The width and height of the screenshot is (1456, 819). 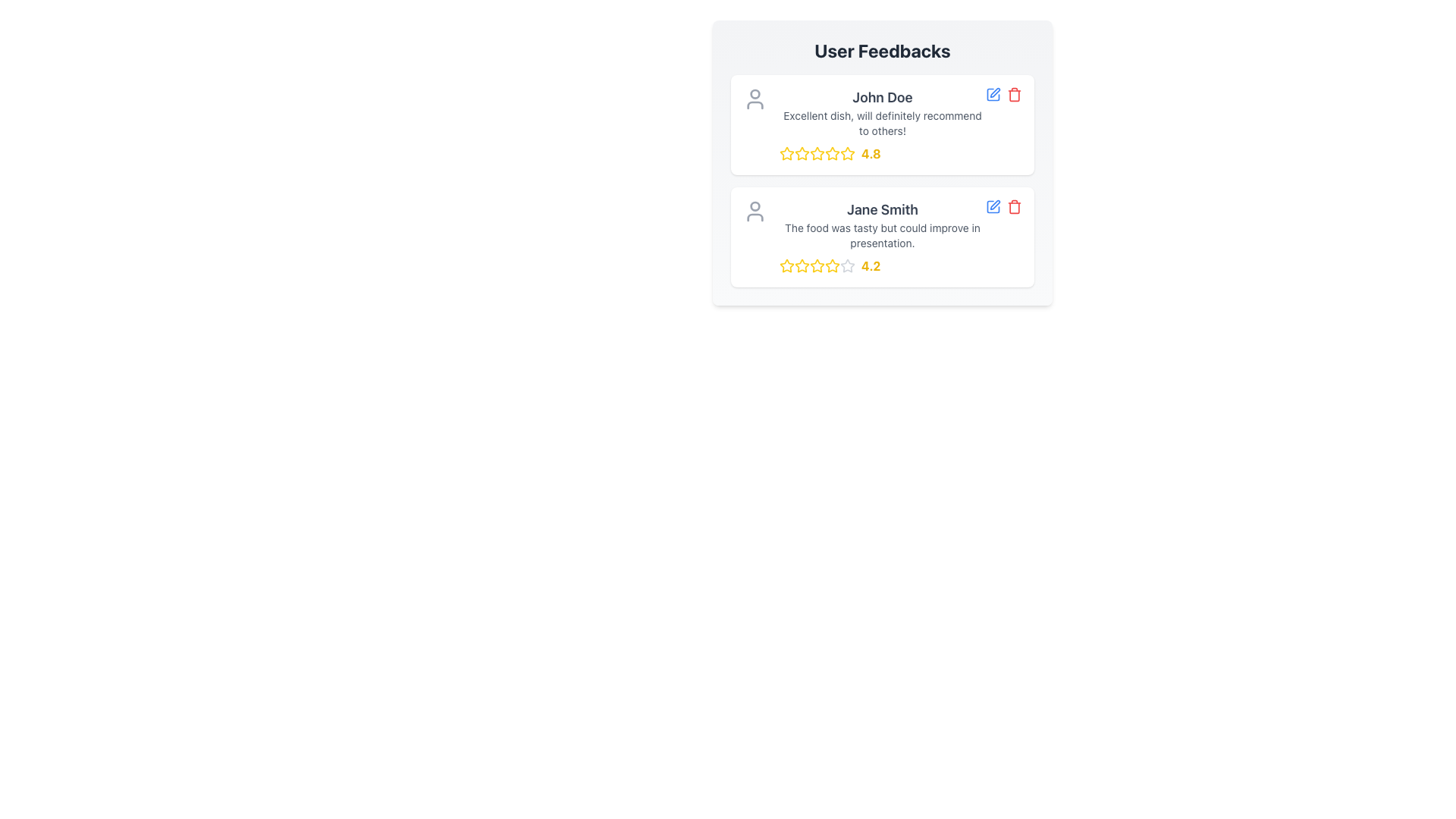 I want to click on the SVG Circle that represents the head in the user profile icon located to the left of the name 'John Doe' in the first feedback card under 'User Feedbacks', so click(x=755, y=93).